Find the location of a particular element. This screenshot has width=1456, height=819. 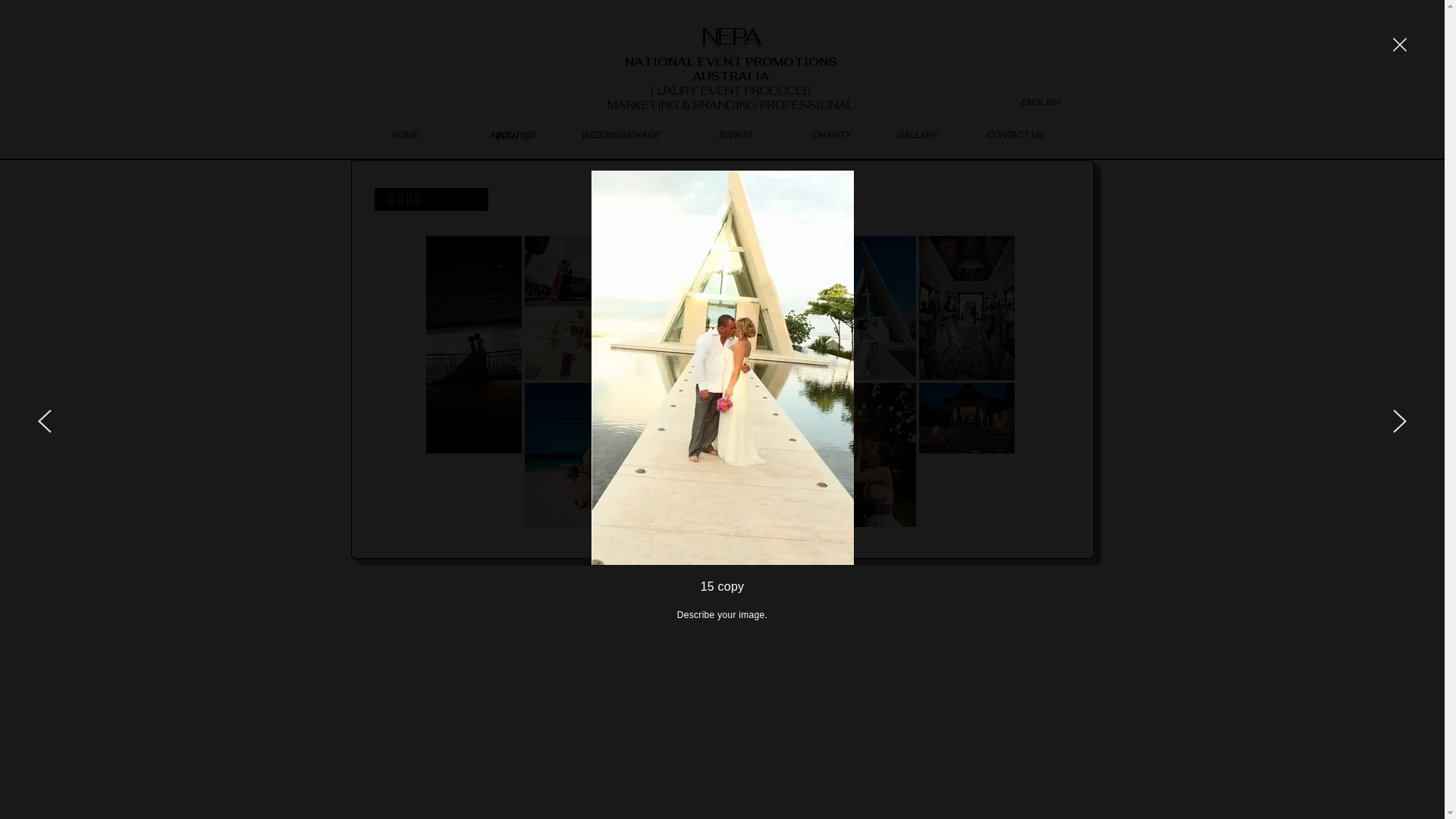

'HOME' is located at coordinates (403, 133).